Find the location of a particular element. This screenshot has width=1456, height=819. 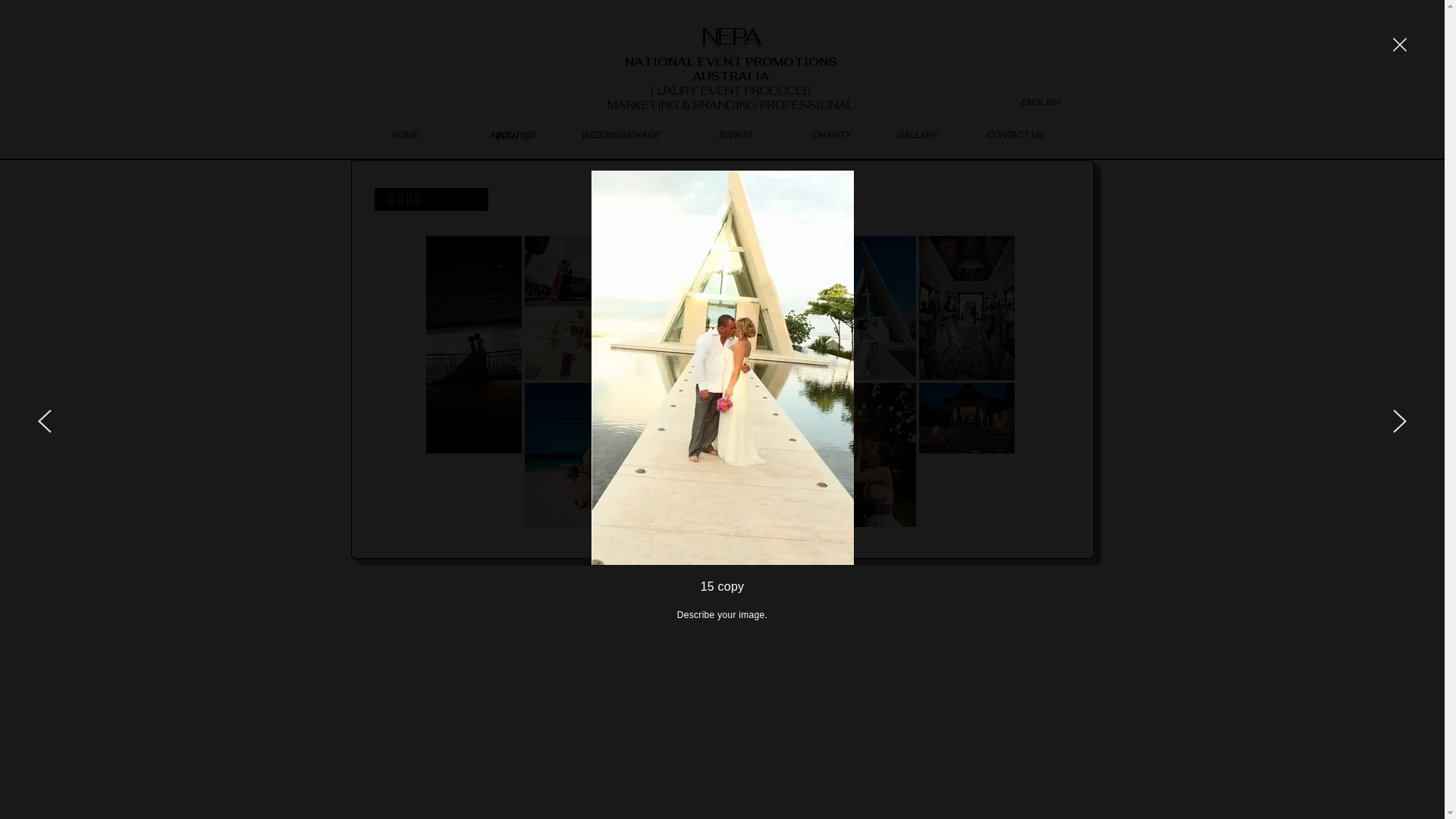

'HOME' is located at coordinates (403, 133).